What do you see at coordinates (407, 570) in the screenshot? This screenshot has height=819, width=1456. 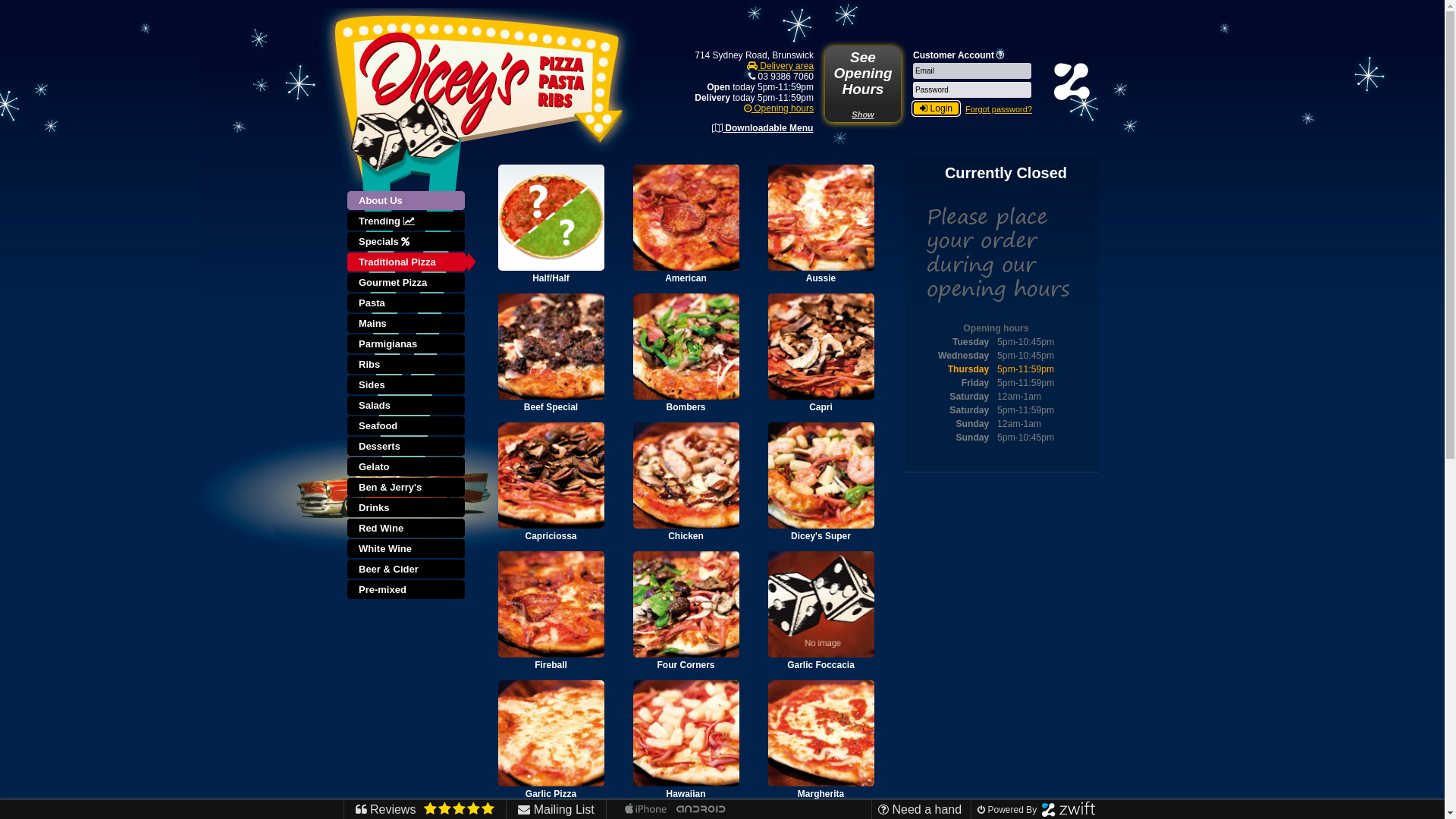 I see `'Beer & Cider'` at bounding box center [407, 570].